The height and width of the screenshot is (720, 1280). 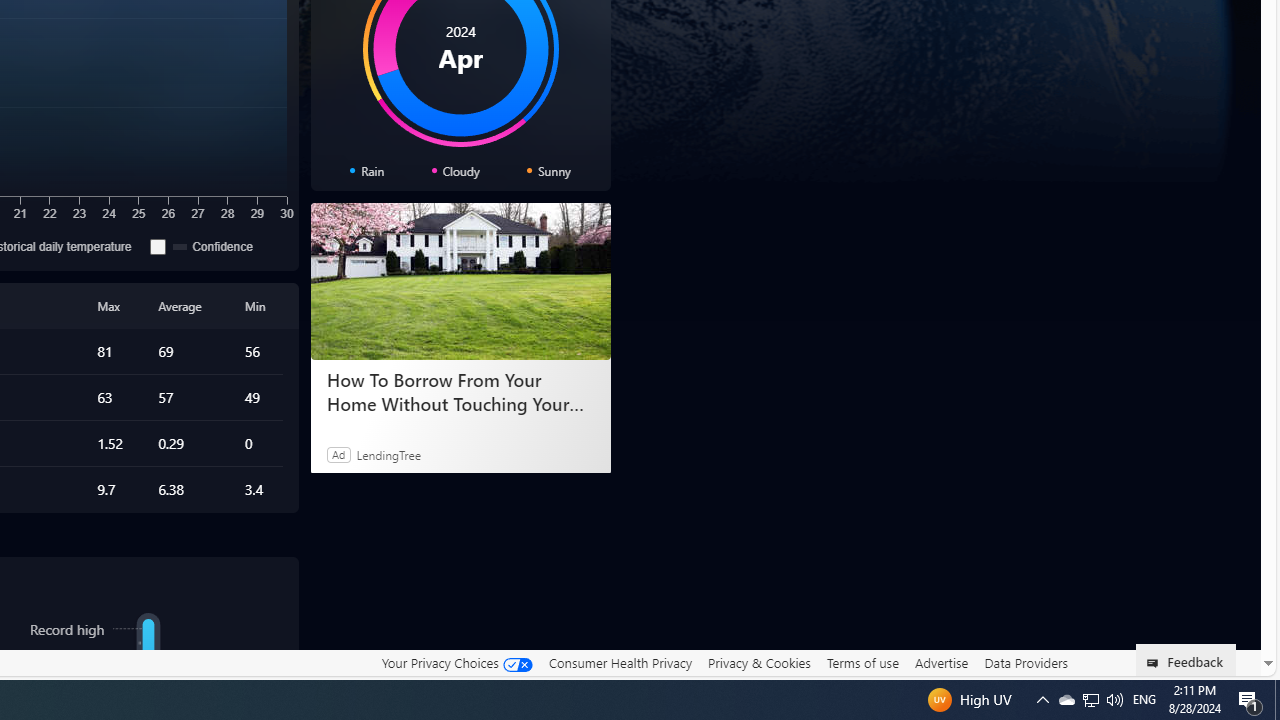 What do you see at coordinates (1156, 663) in the screenshot?
I see `'Class: feedback_link_icon-DS-EntryPoint1-1'` at bounding box center [1156, 663].